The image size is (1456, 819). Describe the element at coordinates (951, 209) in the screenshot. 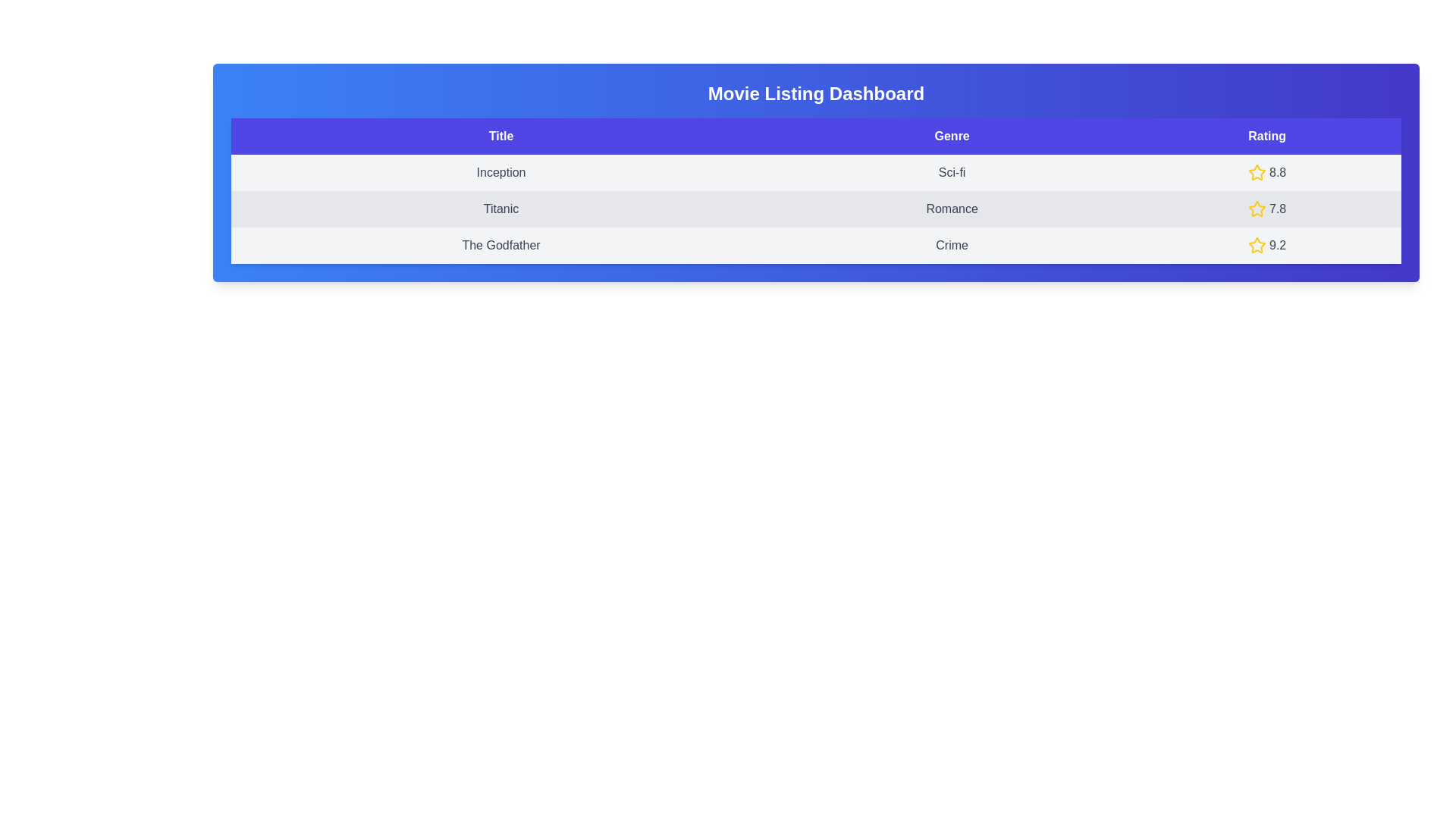

I see `text of the 'Romance' label located in the second row of the table under the 'Genre' column, between 'Titanic' and the rating '7.8'` at that location.